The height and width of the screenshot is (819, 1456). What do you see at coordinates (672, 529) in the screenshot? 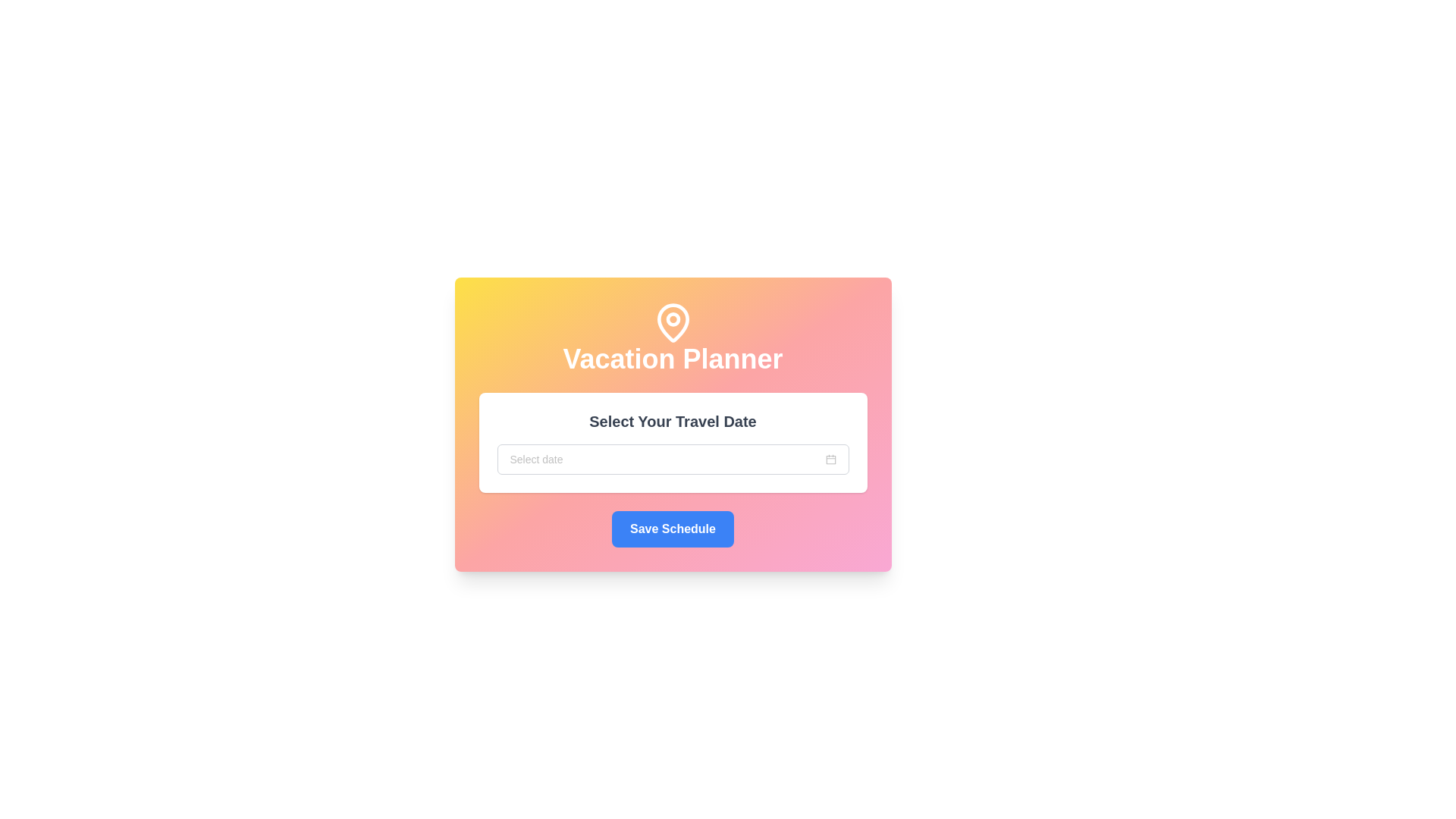
I see `the save button located at the bottom center of the Vacation Planner interface` at bounding box center [672, 529].